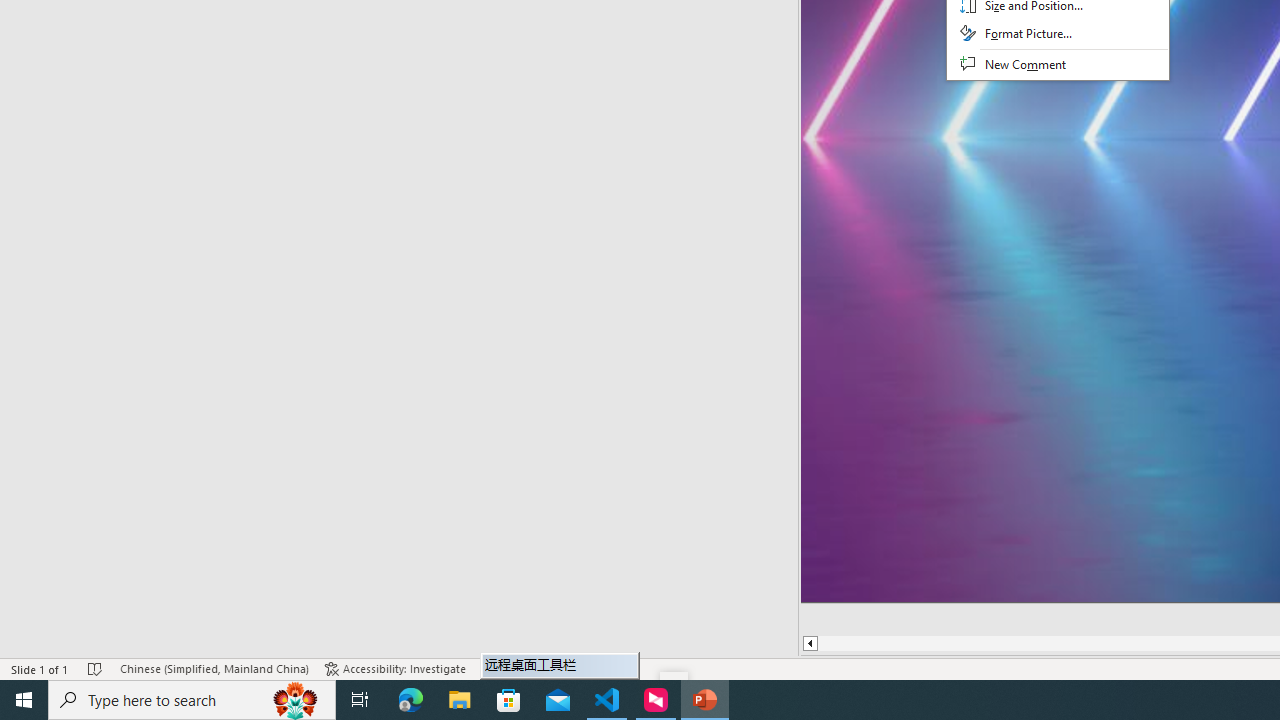  Describe the element at coordinates (1056, 64) in the screenshot. I see `'New Comment'` at that location.